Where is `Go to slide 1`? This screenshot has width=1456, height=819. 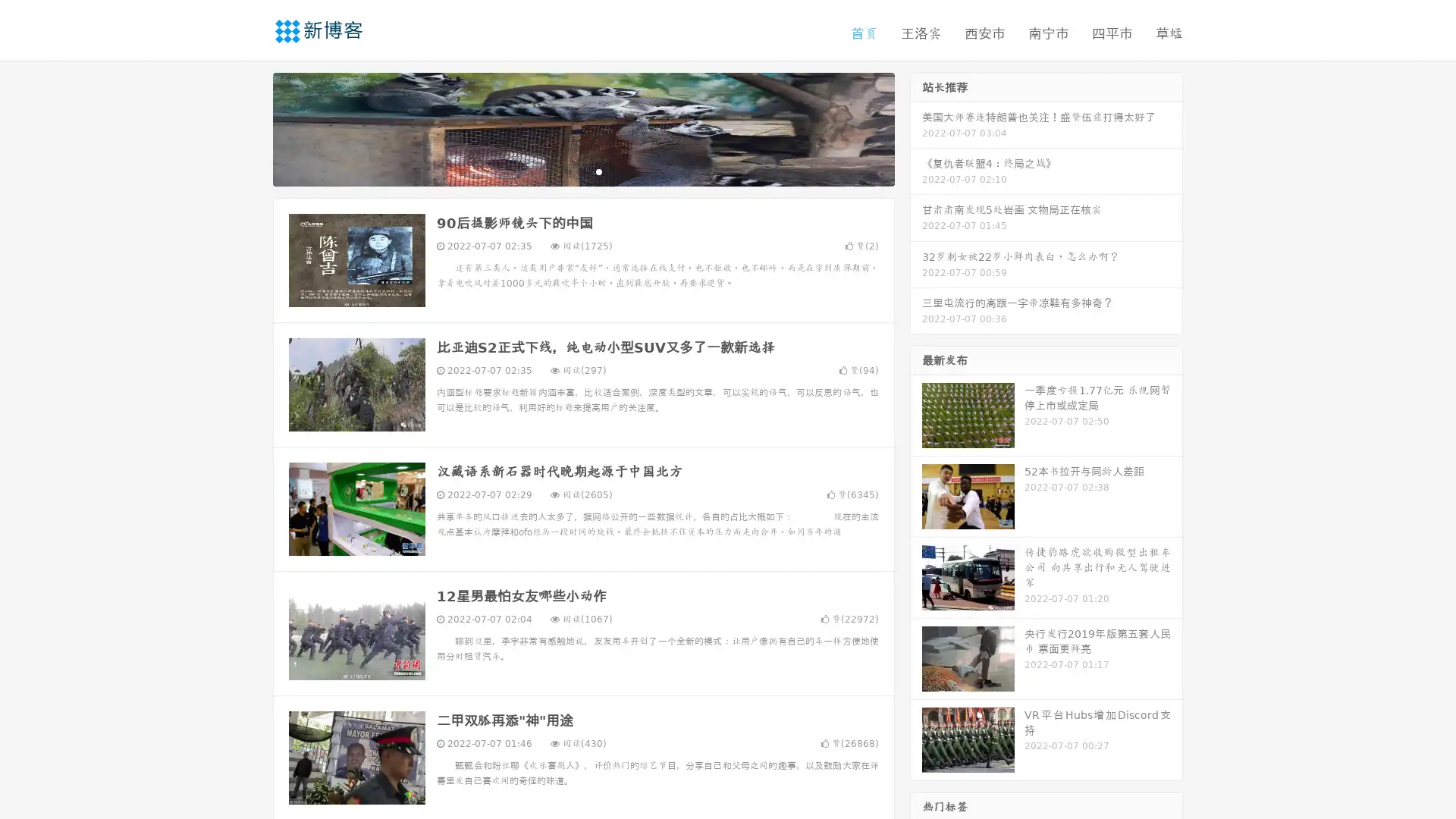 Go to slide 1 is located at coordinates (567, 171).